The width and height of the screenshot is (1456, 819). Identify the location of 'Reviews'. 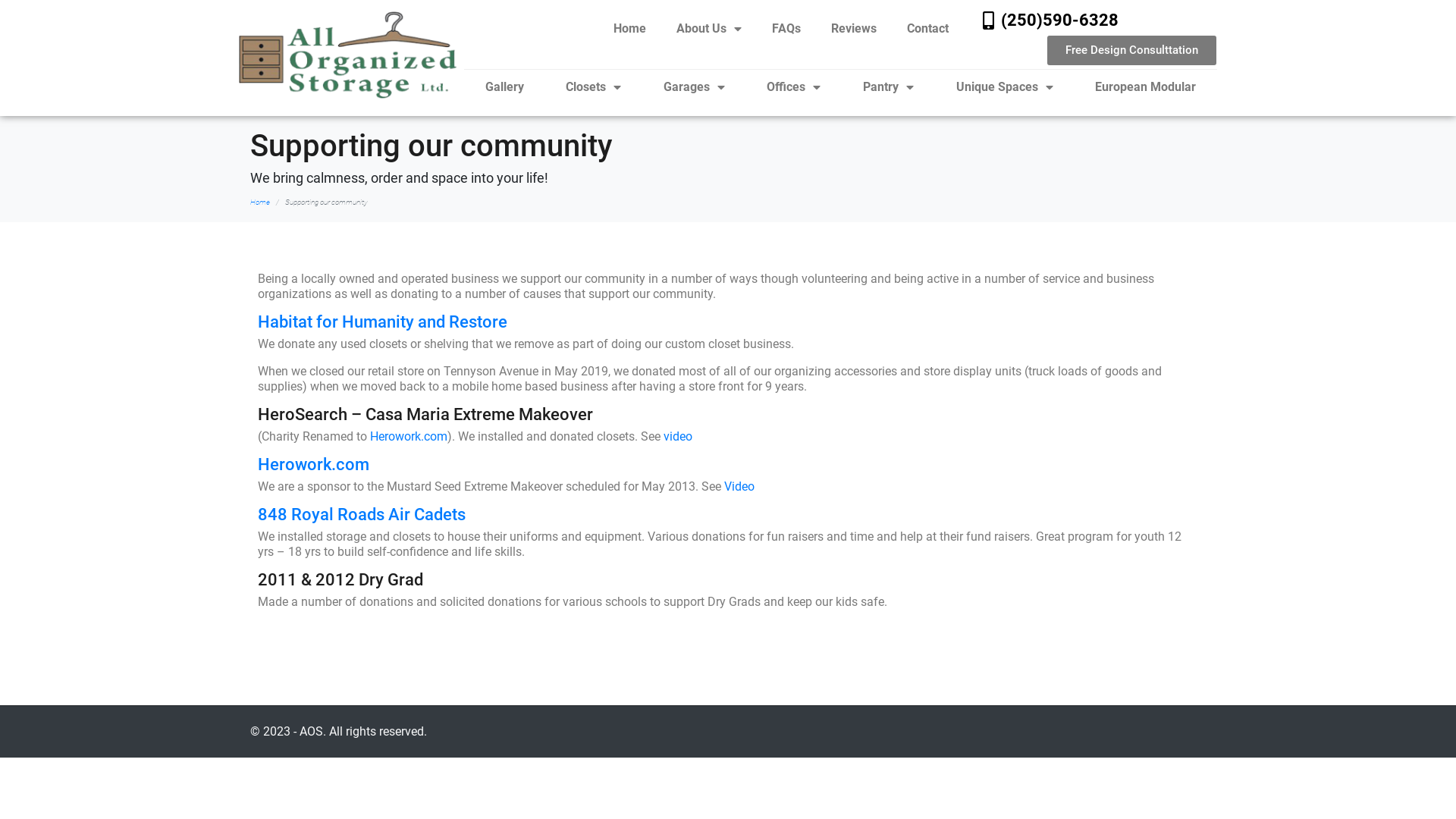
(854, 29).